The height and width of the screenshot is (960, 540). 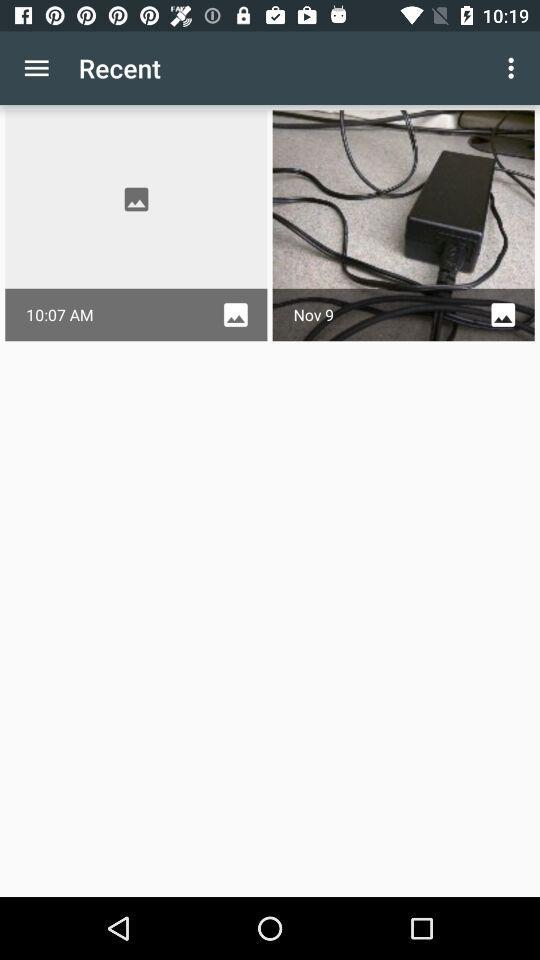 What do you see at coordinates (513, 68) in the screenshot?
I see `the app to the right of recent item` at bounding box center [513, 68].